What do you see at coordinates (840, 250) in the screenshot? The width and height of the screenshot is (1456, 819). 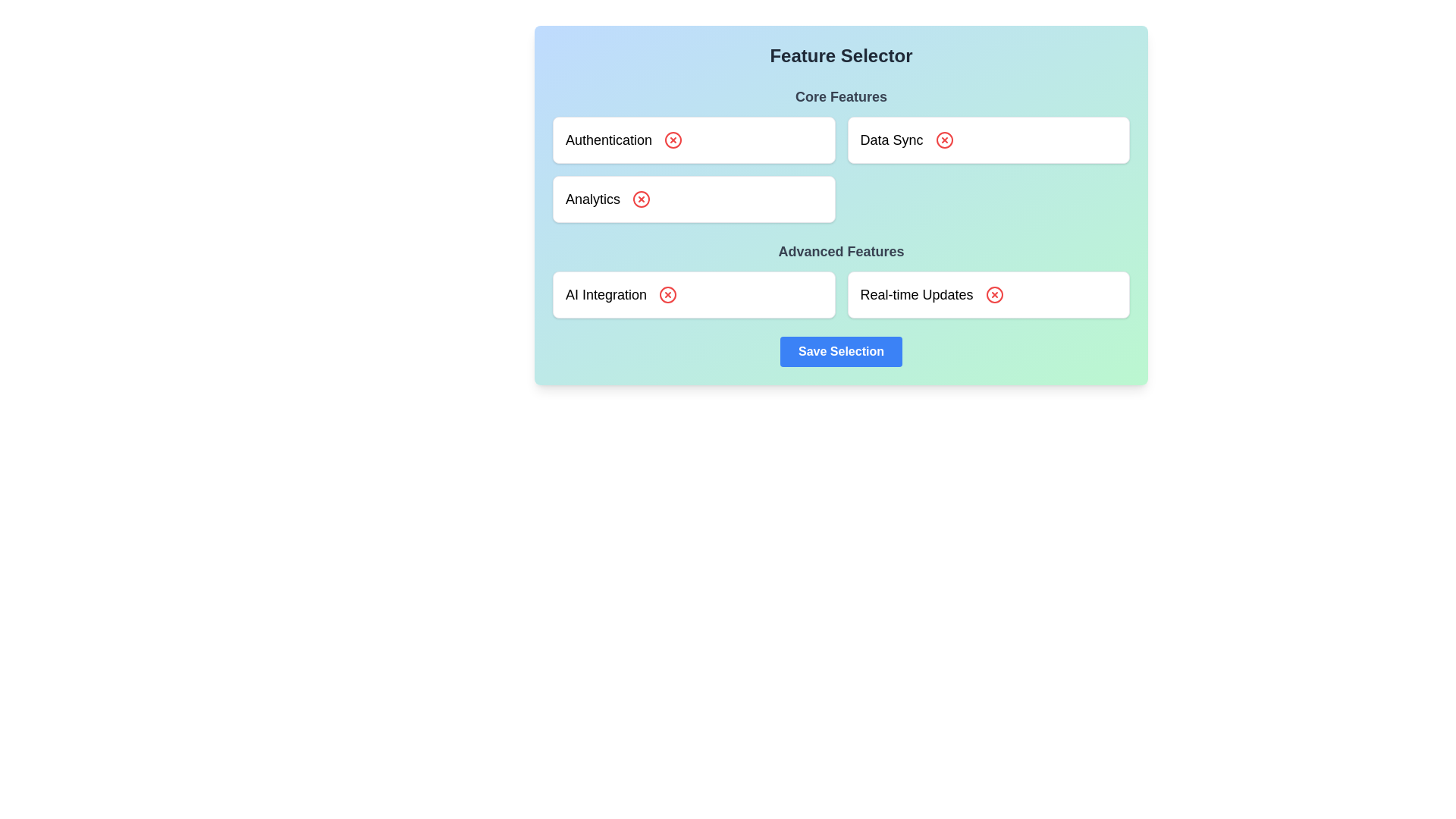 I see `the Text Label that serves as the title for the 'Advanced Features' section, distinguishing it from the 'Core Features' above` at bounding box center [840, 250].